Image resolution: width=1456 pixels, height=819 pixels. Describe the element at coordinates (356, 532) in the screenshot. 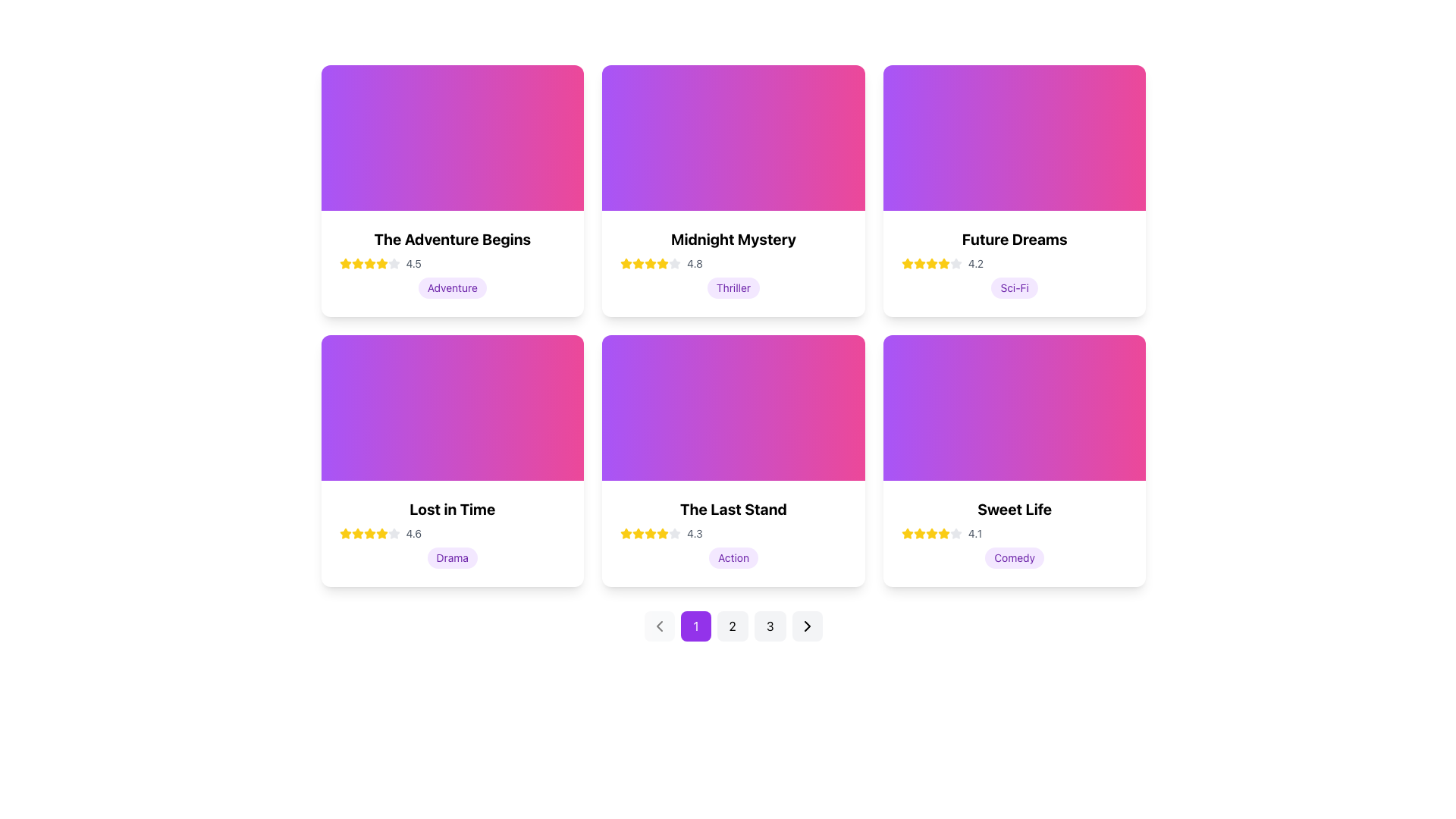

I see `the second yellow star-shaped rating icon located under the title 'Lost in Time'` at that location.